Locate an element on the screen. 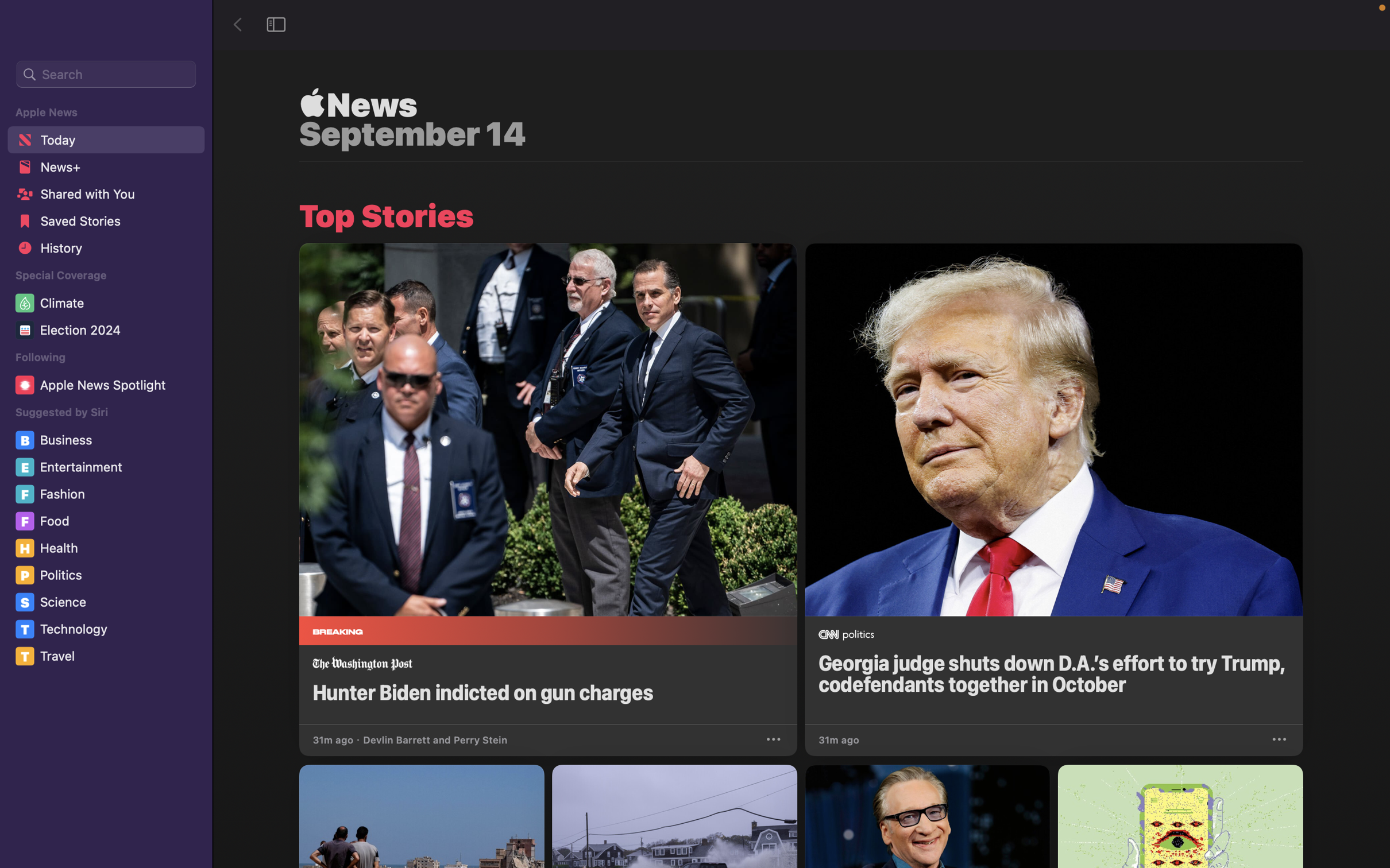  the "Travel" part of the website is located at coordinates (109, 656).